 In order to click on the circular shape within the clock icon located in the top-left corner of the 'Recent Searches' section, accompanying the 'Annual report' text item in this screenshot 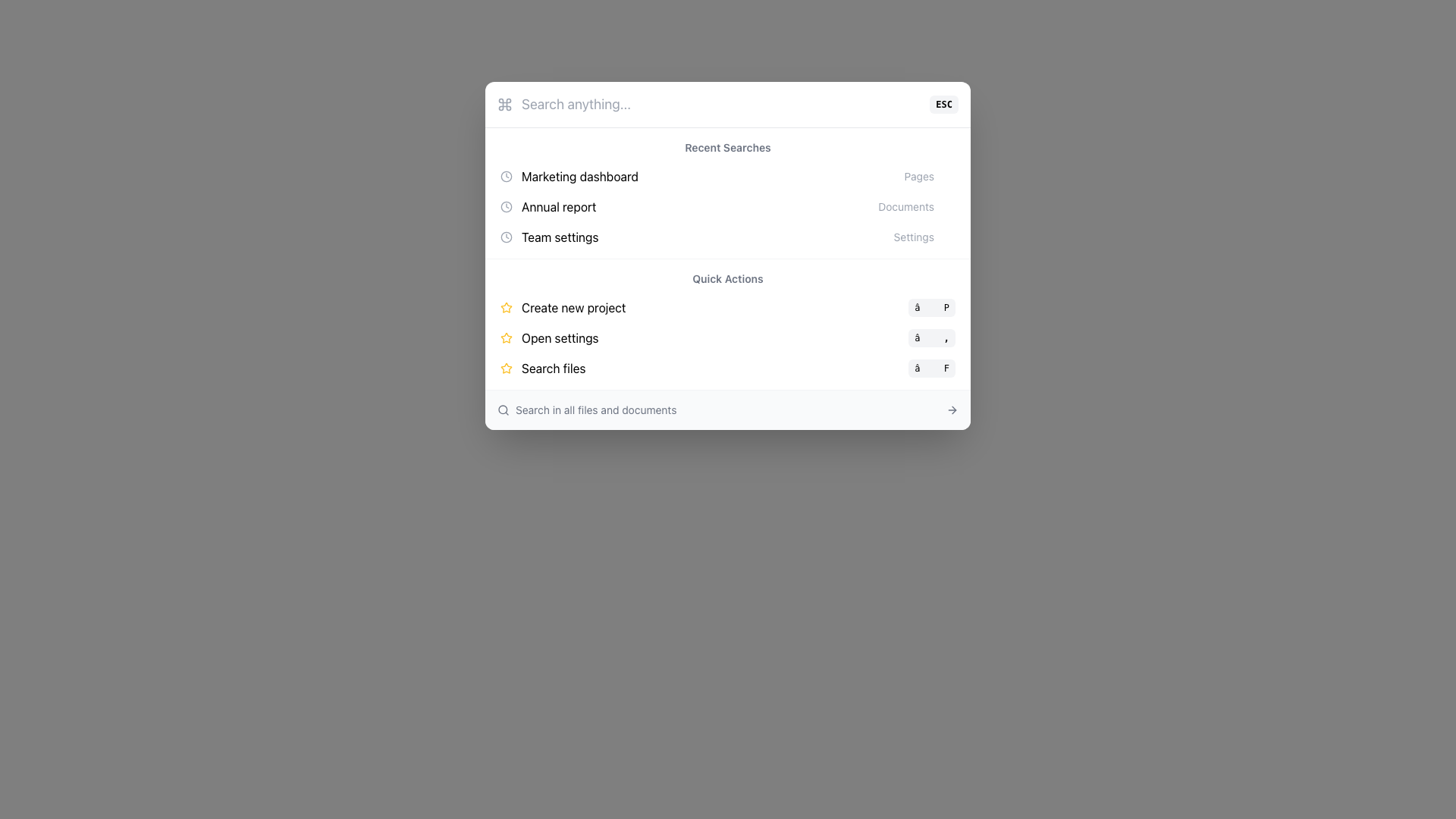, I will do `click(506, 175)`.